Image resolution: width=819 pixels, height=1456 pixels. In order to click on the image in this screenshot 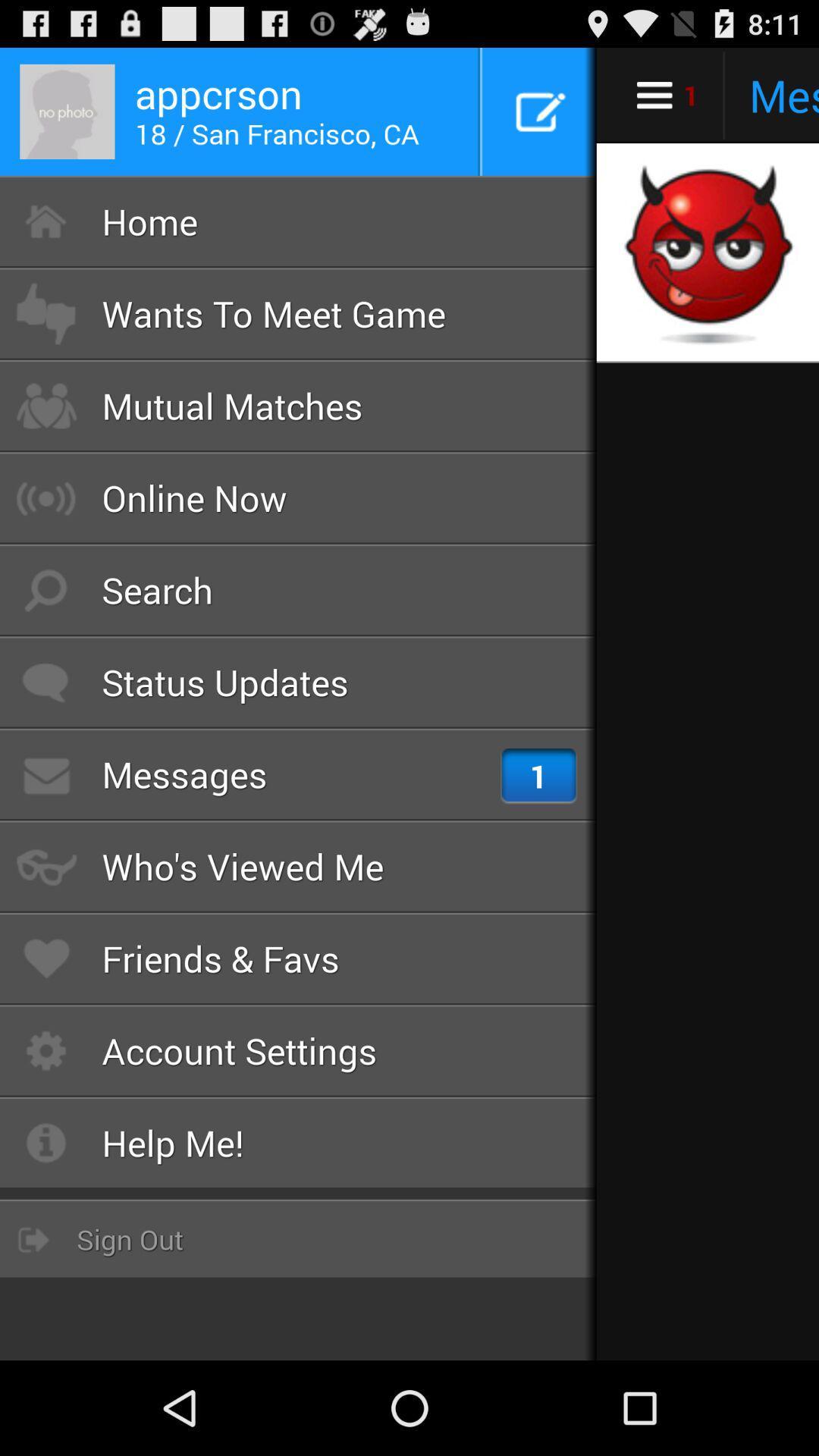, I will do `click(706, 253)`.